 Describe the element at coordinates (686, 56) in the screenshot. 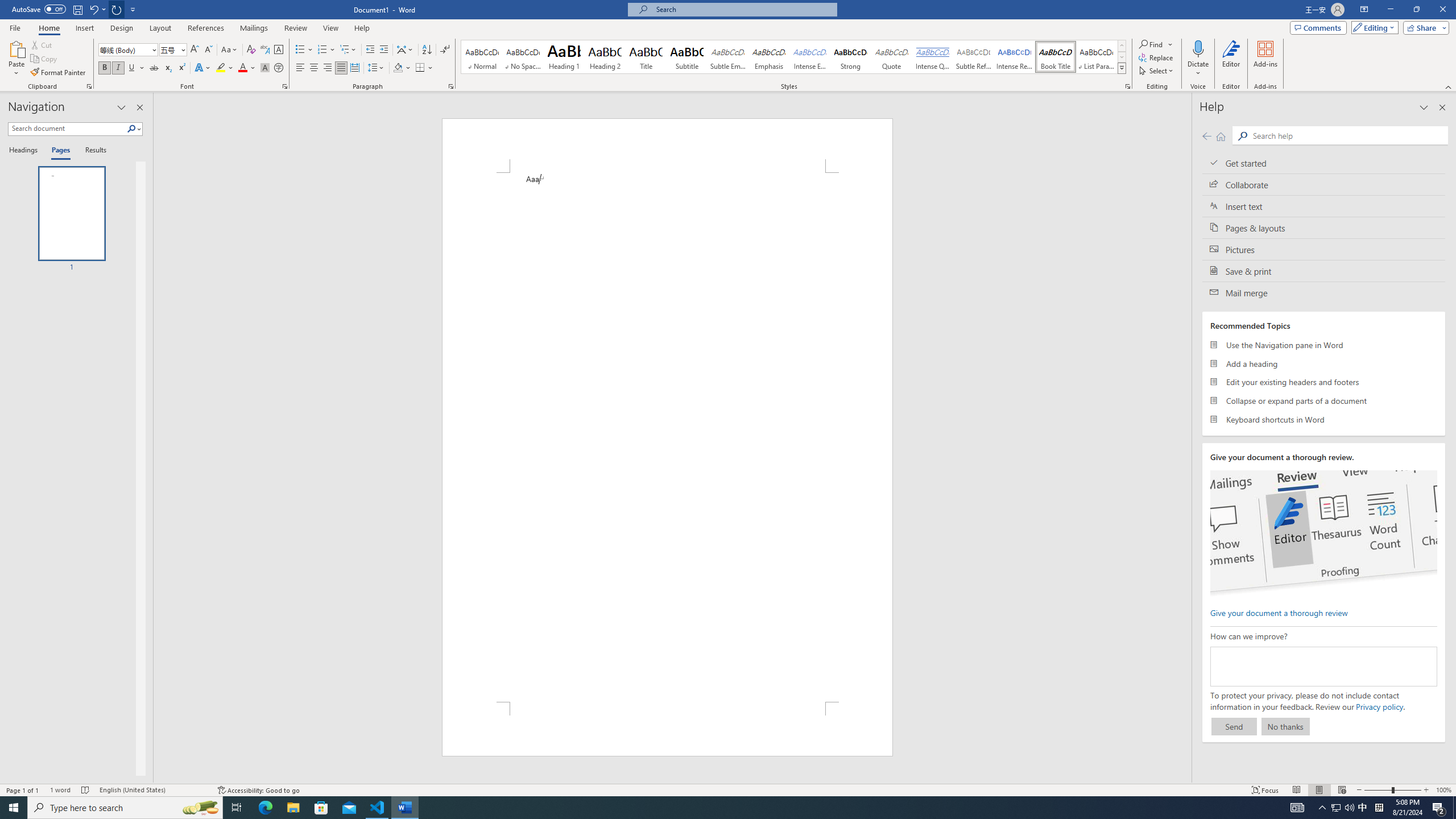

I see `'Subtitle'` at that location.